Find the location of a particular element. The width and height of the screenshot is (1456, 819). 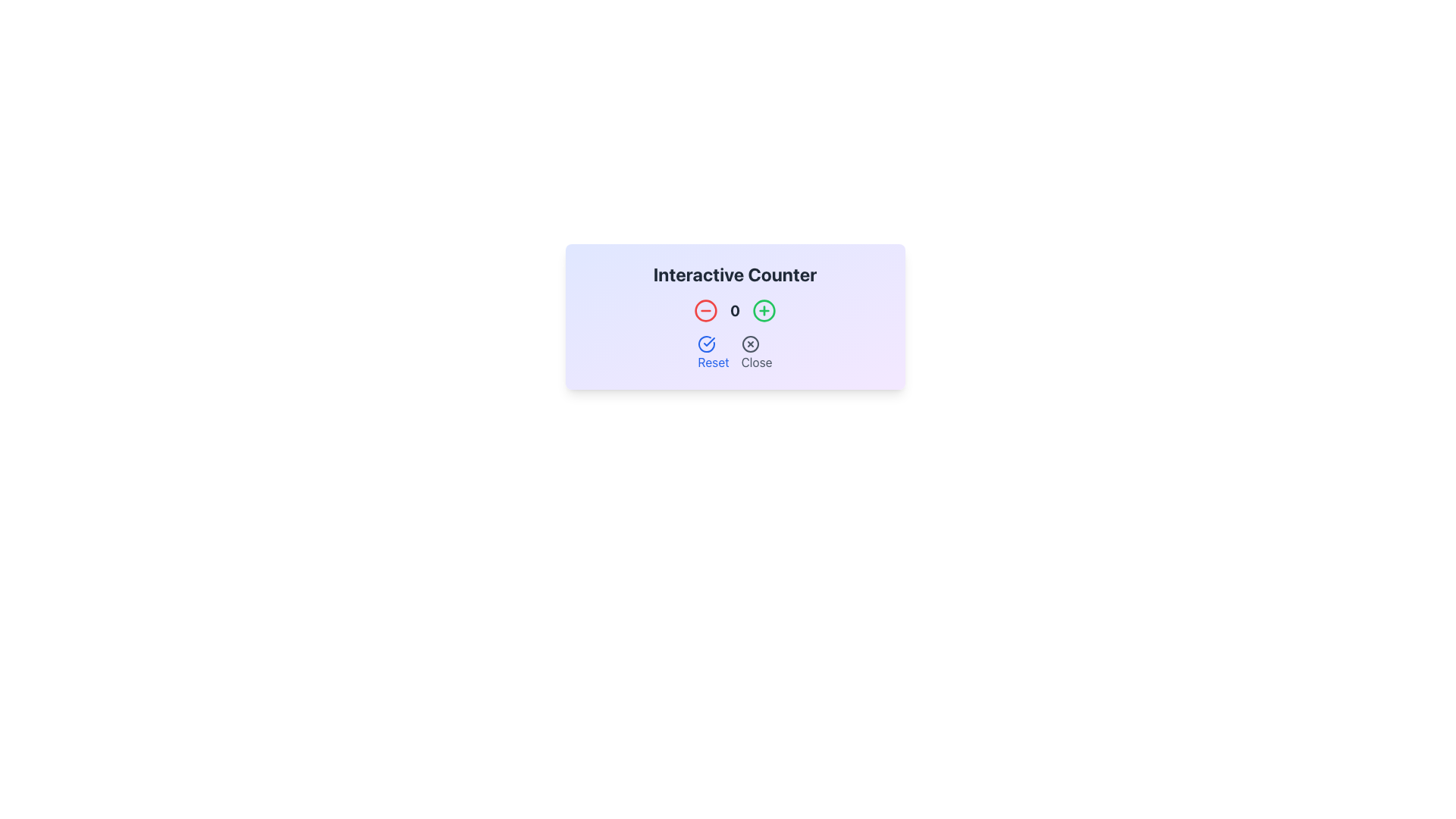

the graphical icon within the 'Reset' button, which indicates the resetting functionality visually and is centered above the text label 'Reset' is located at coordinates (706, 344).